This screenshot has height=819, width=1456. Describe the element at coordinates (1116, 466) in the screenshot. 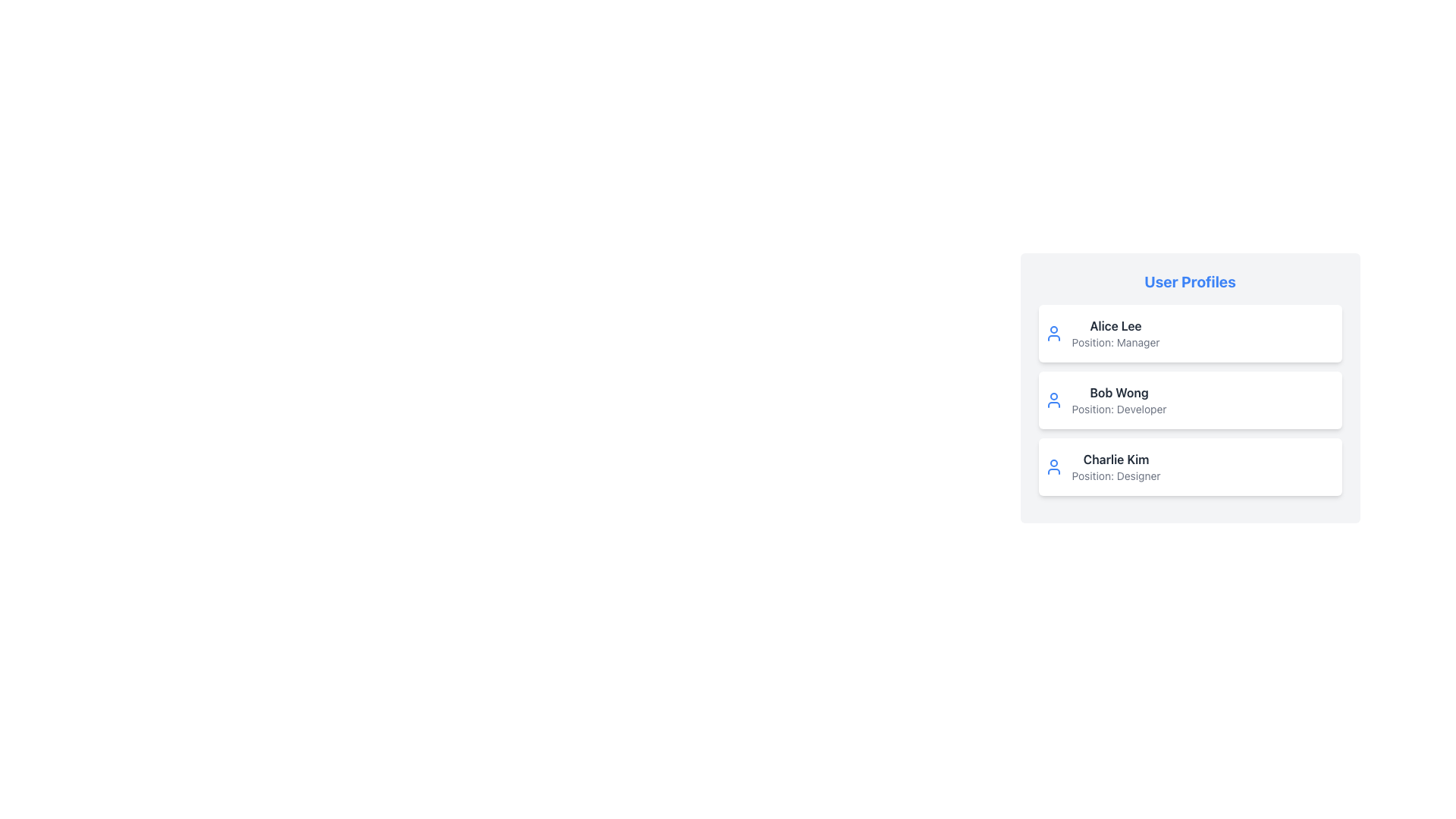

I see `the user profile entry text display field that shows the user's name and job title, located in the User Profiles section, at the third position of the list` at that location.